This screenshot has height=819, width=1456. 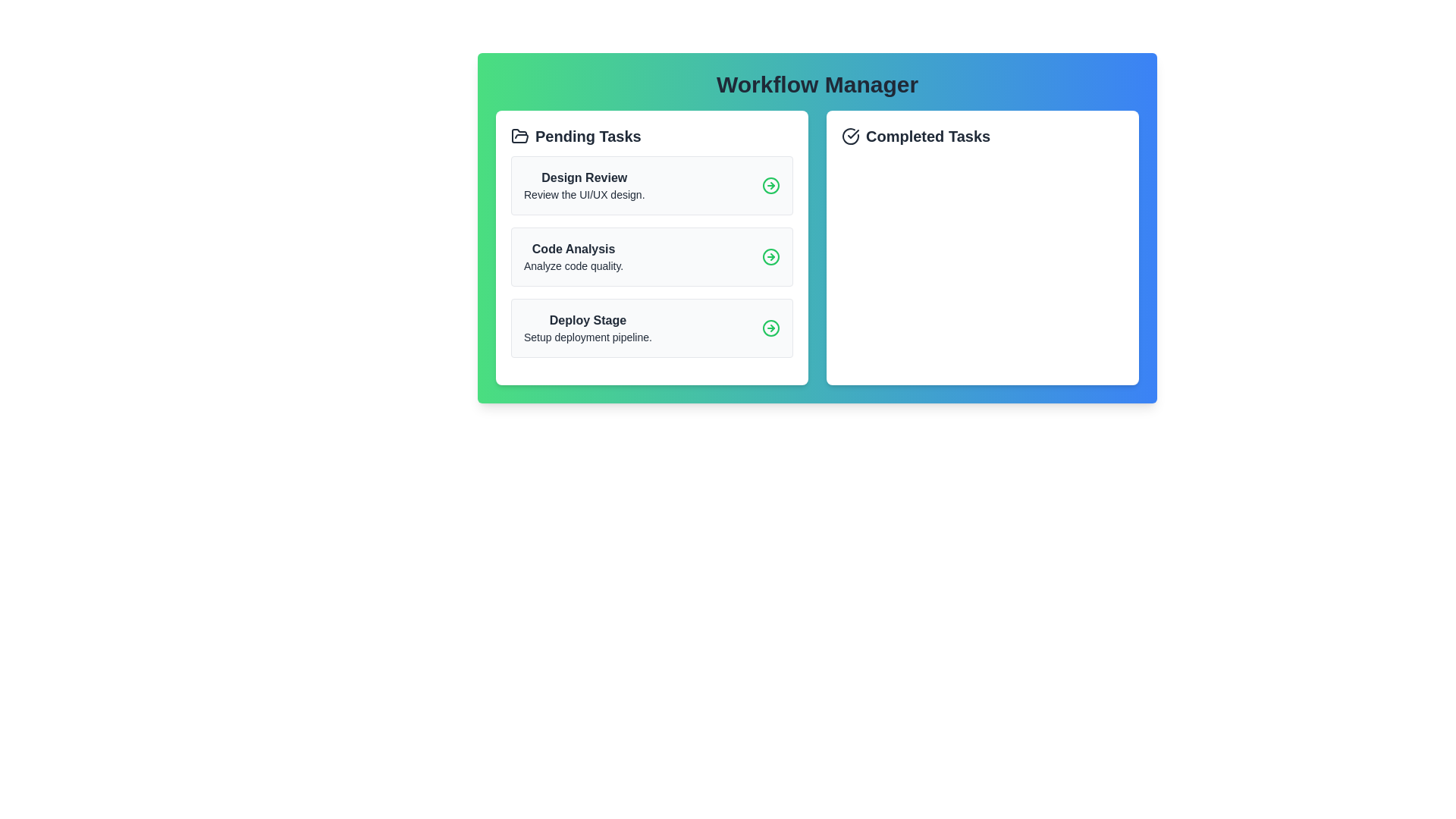 What do you see at coordinates (583, 177) in the screenshot?
I see `the 'Design Review' text label that is styled in bold font and positioned in the 'Pending Tasks' section, located above the description 'Review the UI/UX design.'` at bounding box center [583, 177].